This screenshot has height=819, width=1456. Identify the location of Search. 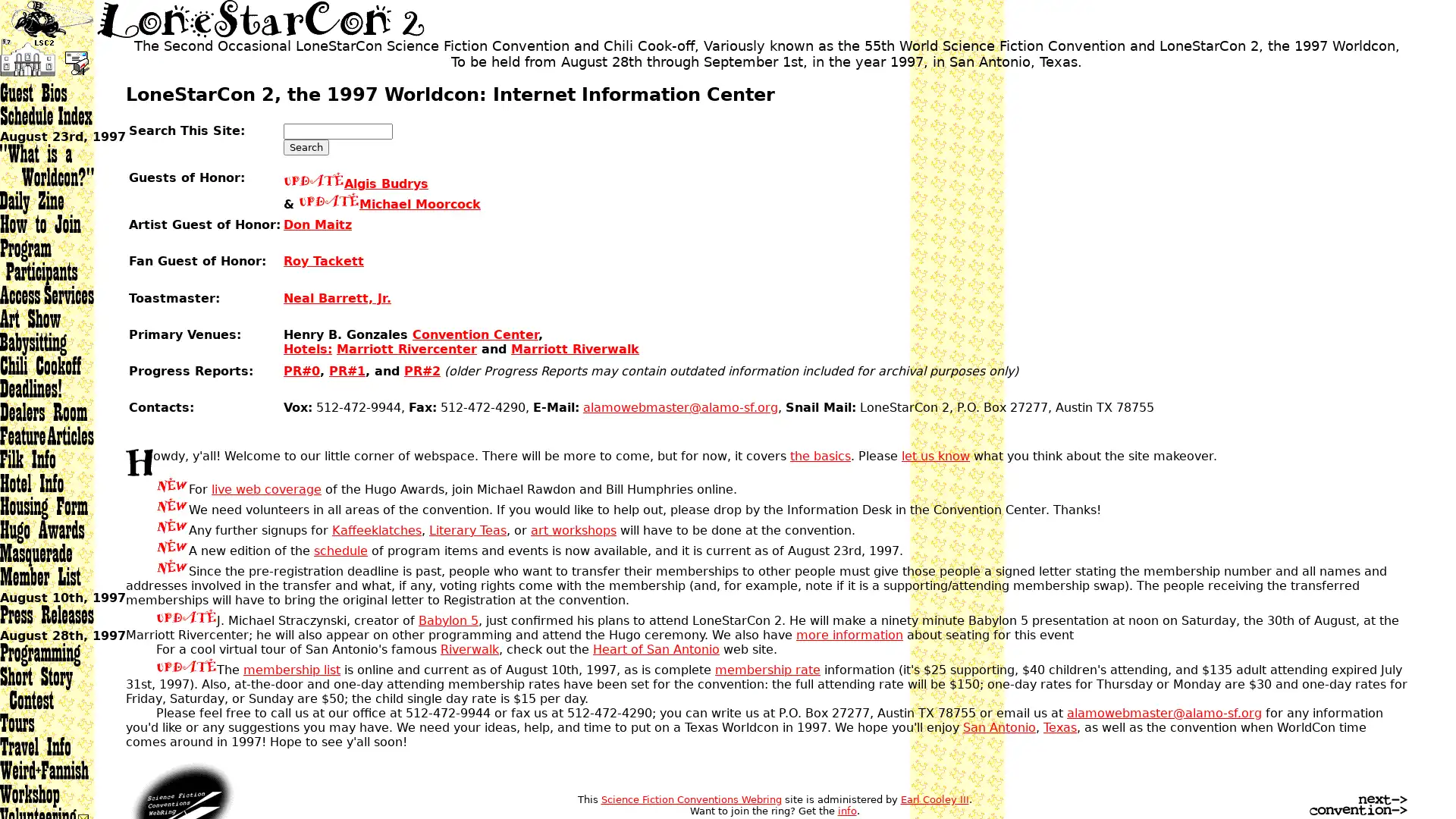
(305, 147).